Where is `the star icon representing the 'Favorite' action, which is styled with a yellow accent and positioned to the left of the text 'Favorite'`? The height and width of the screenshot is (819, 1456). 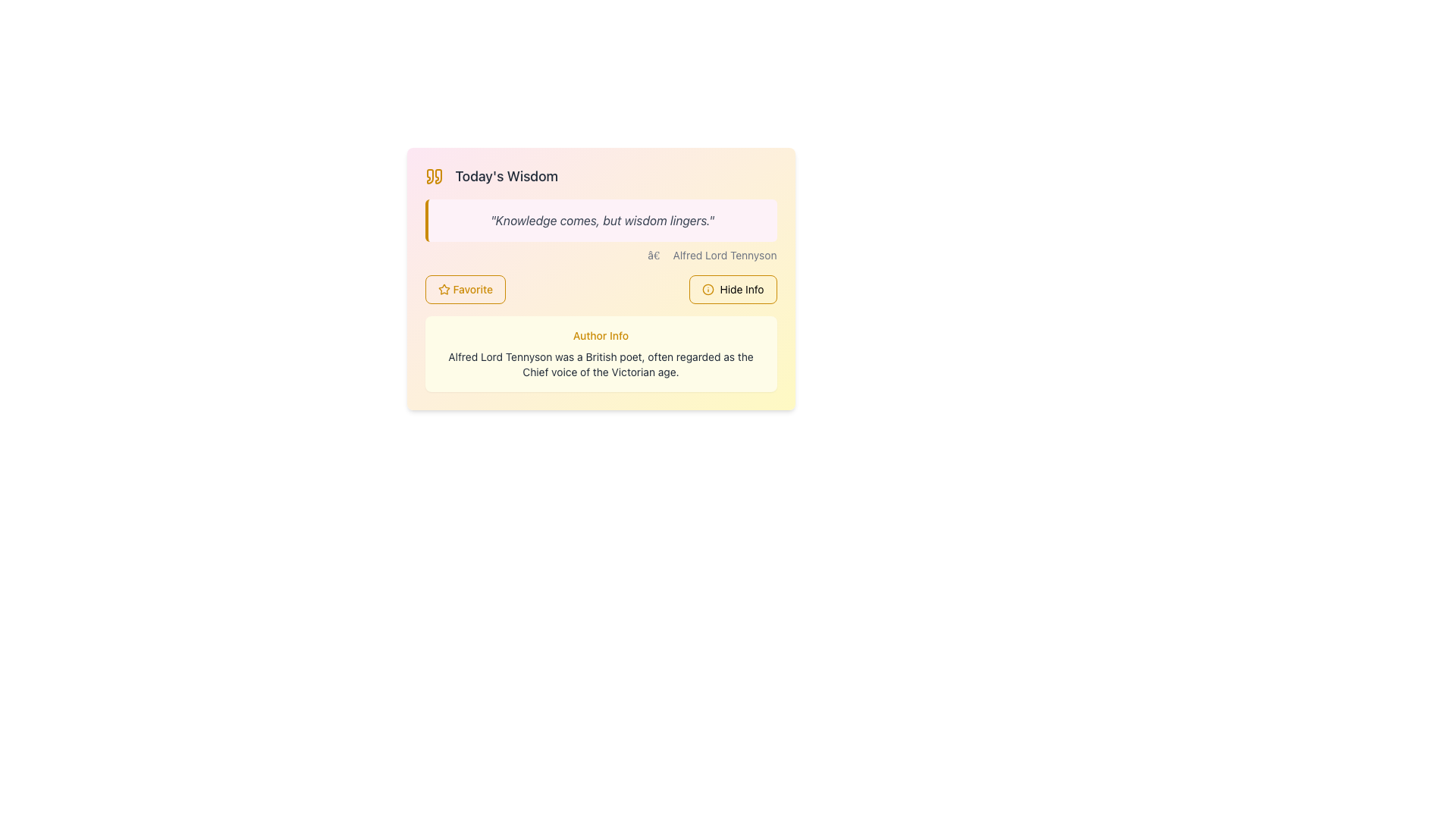
the star icon representing the 'Favorite' action, which is styled with a yellow accent and positioned to the left of the text 'Favorite' is located at coordinates (443, 289).